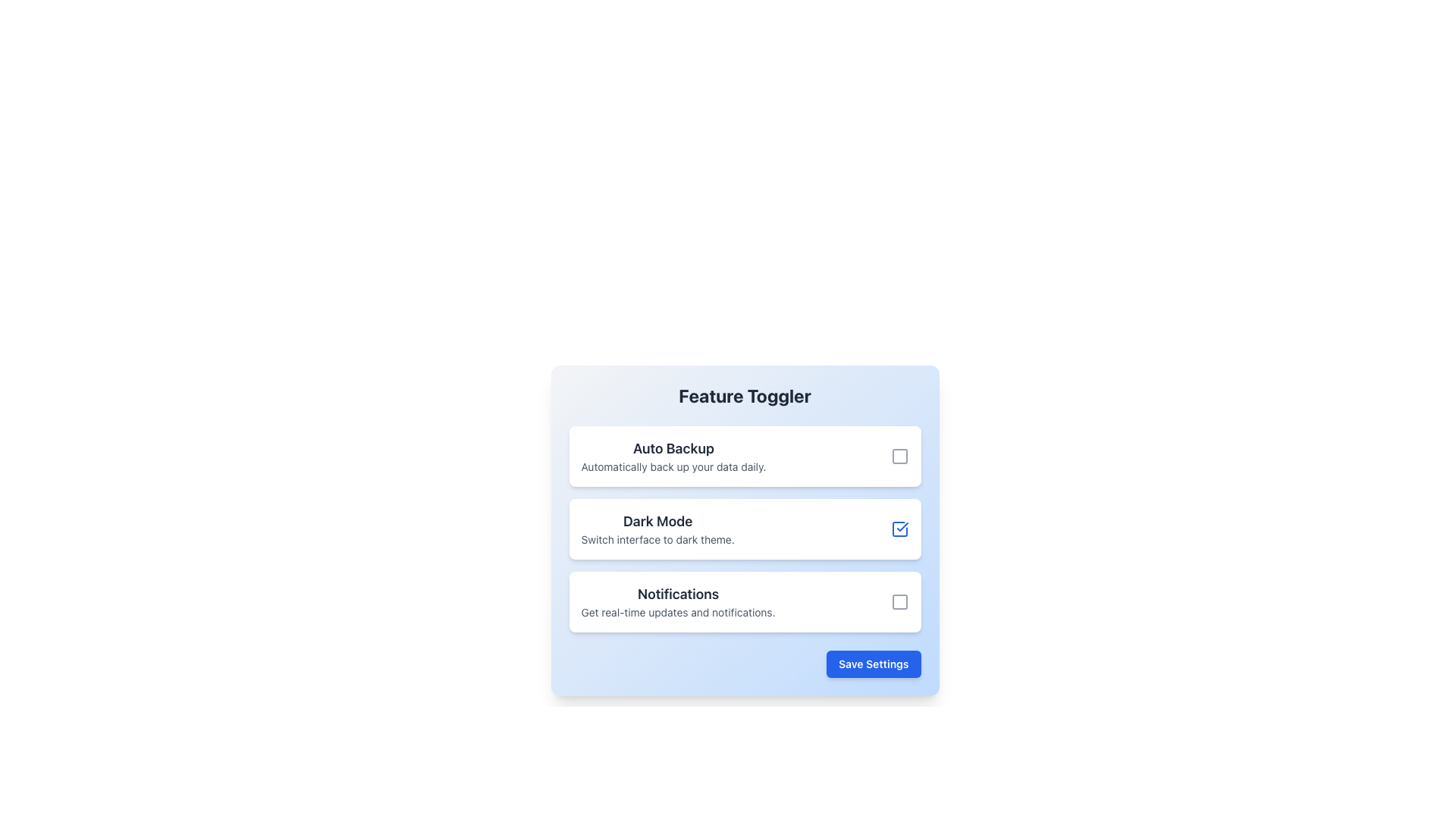 The height and width of the screenshot is (819, 1456). What do you see at coordinates (745, 529) in the screenshot?
I see `the group of toggle options with checkboxes` at bounding box center [745, 529].